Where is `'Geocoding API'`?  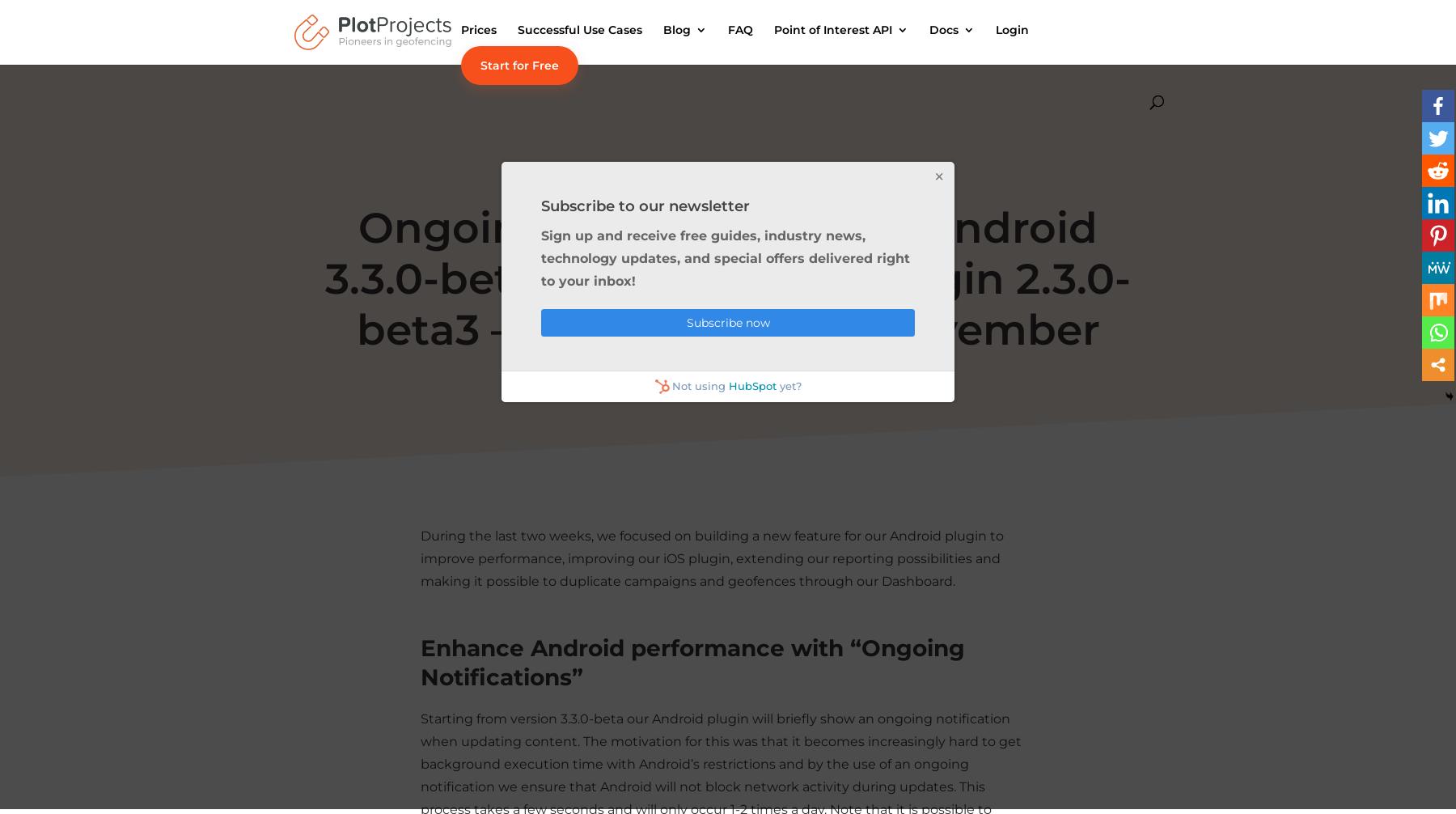 'Geocoding API' is located at coordinates (806, 150).